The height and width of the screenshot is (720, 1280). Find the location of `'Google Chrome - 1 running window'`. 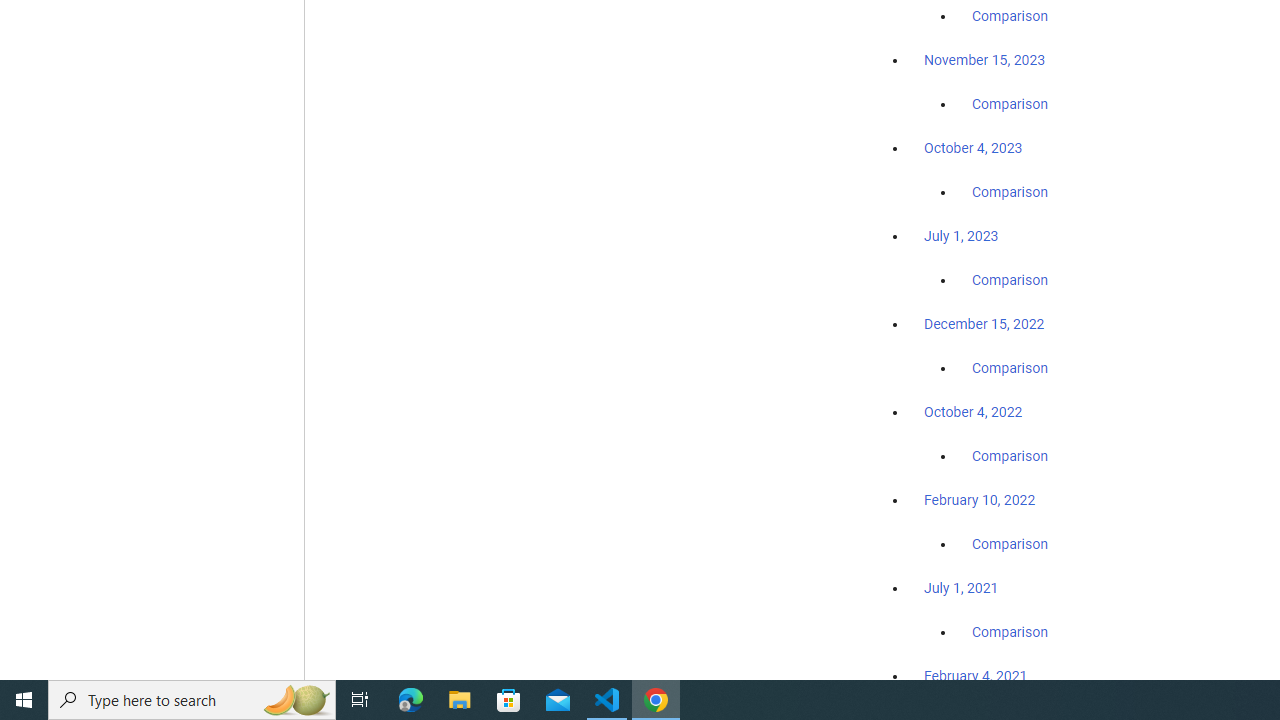

'Google Chrome - 1 running window' is located at coordinates (656, 698).